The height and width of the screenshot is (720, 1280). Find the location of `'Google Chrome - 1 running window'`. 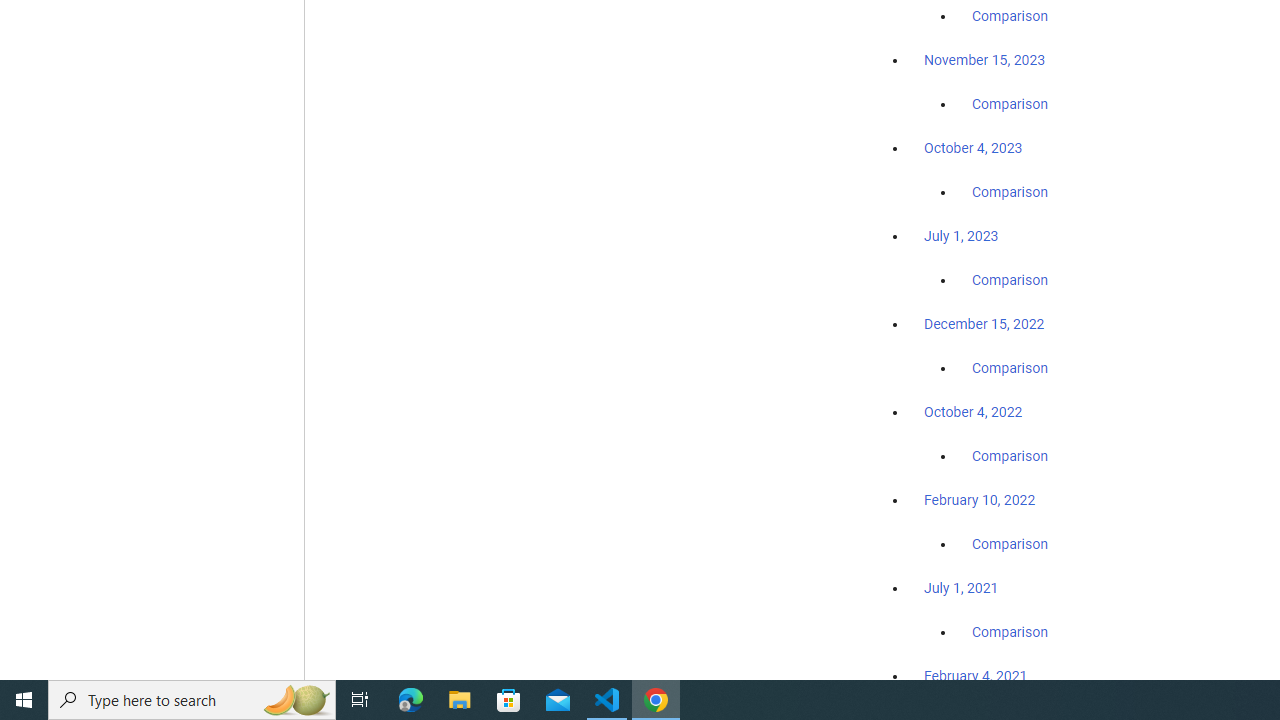

'Google Chrome - 1 running window' is located at coordinates (656, 698).